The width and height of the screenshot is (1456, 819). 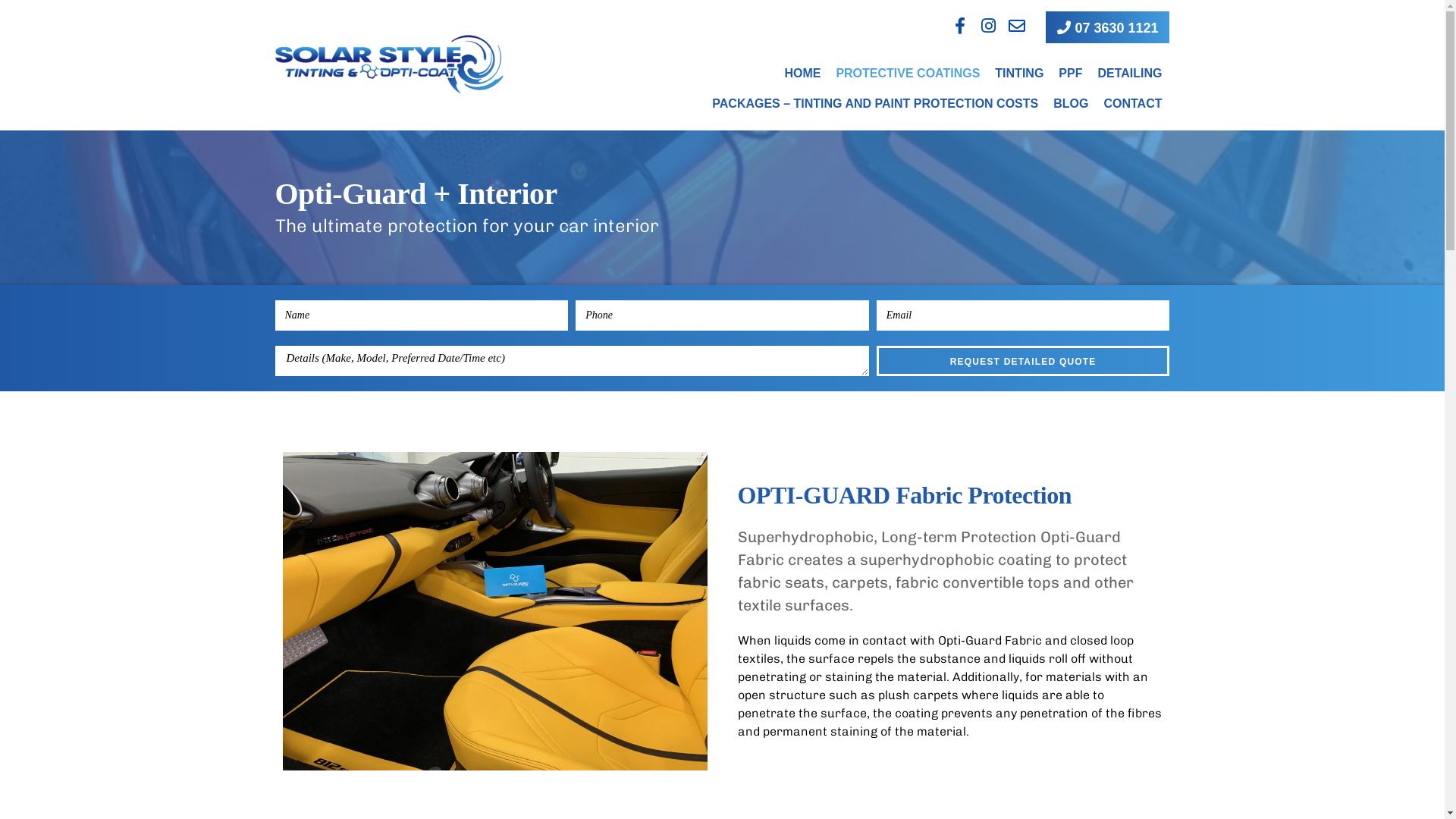 I want to click on '07 3630 1121', so click(x=1107, y=27).